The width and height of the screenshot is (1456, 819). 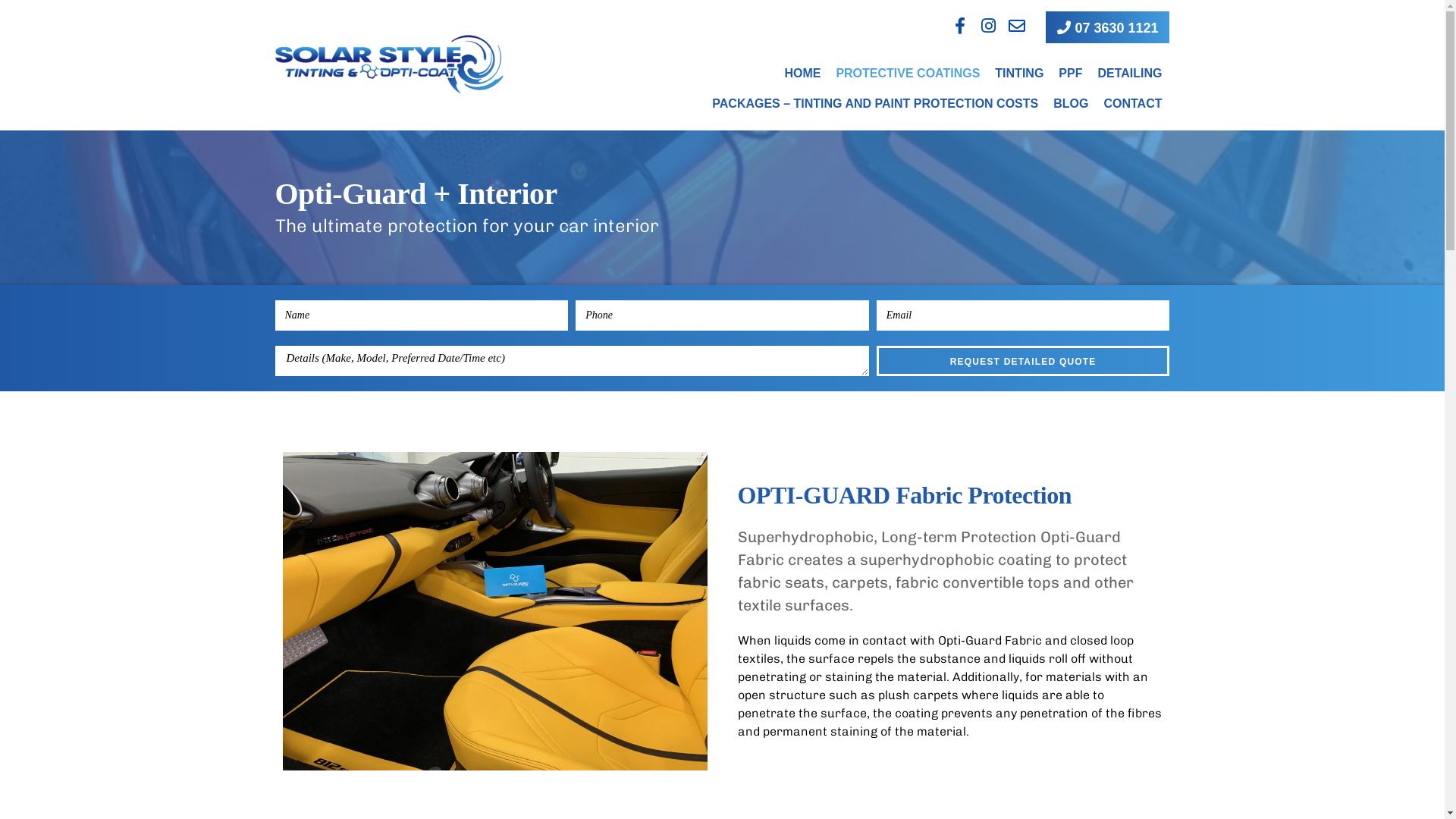 I want to click on '07 3630 1121', so click(x=1107, y=27).